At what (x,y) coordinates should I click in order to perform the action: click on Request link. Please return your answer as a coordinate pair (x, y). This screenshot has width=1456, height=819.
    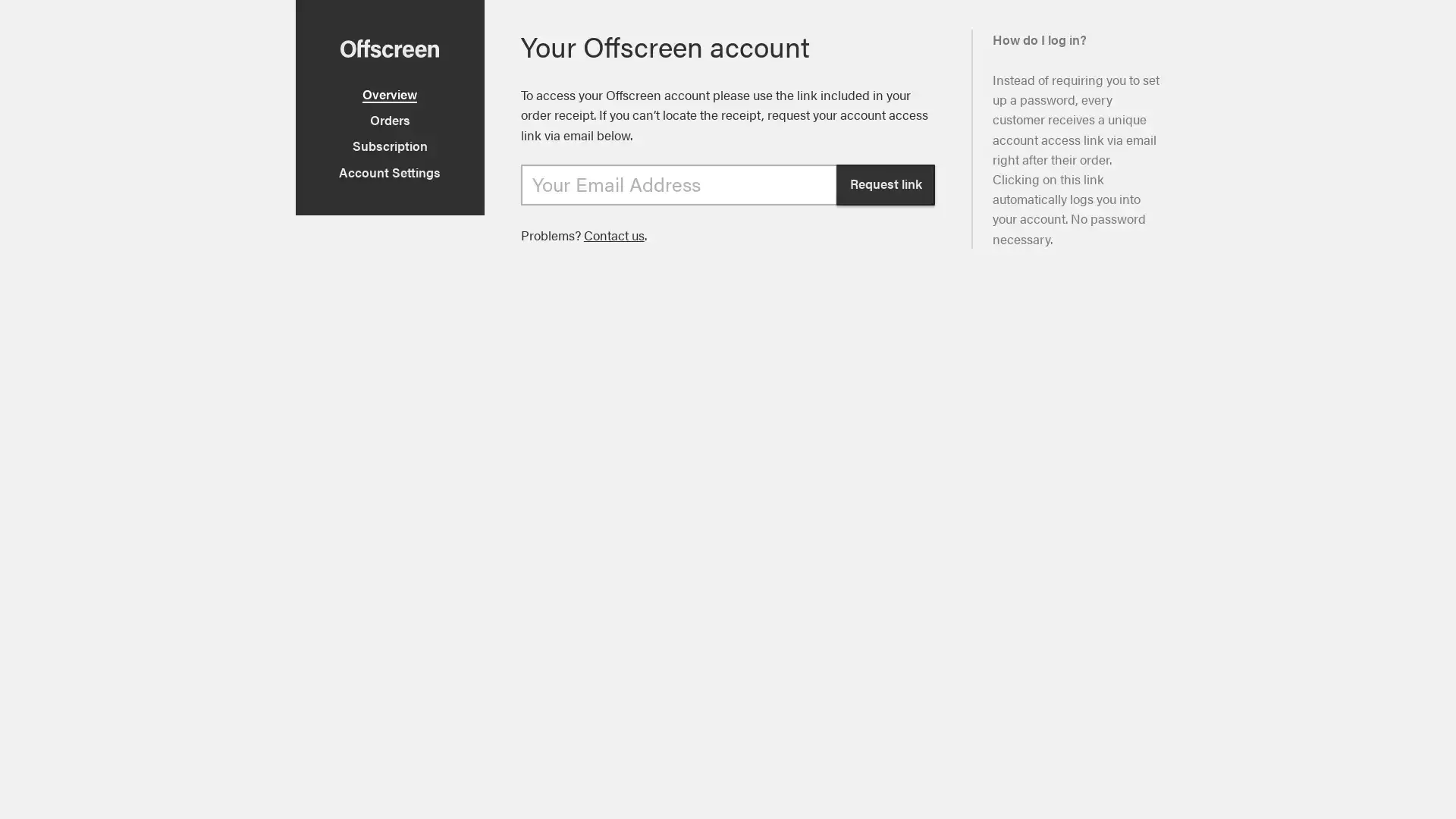
    Looking at the image, I should click on (885, 184).